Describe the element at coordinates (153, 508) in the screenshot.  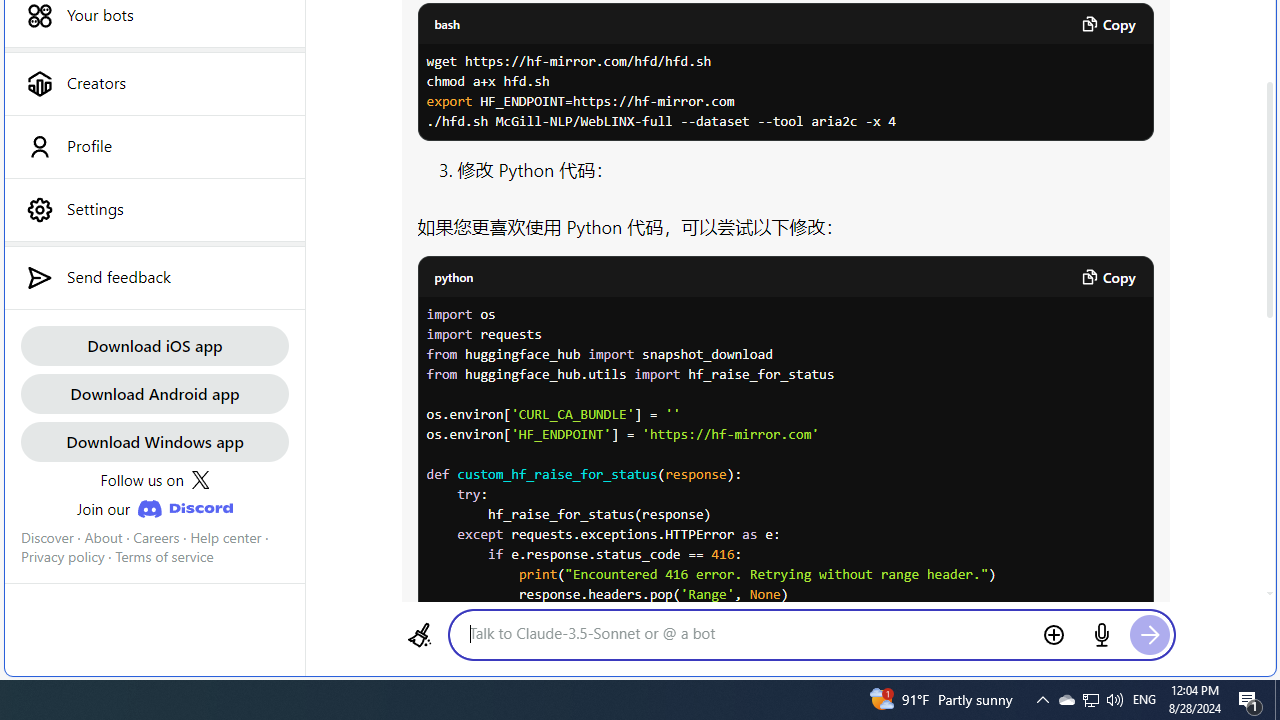
I see `'Join our'` at that location.